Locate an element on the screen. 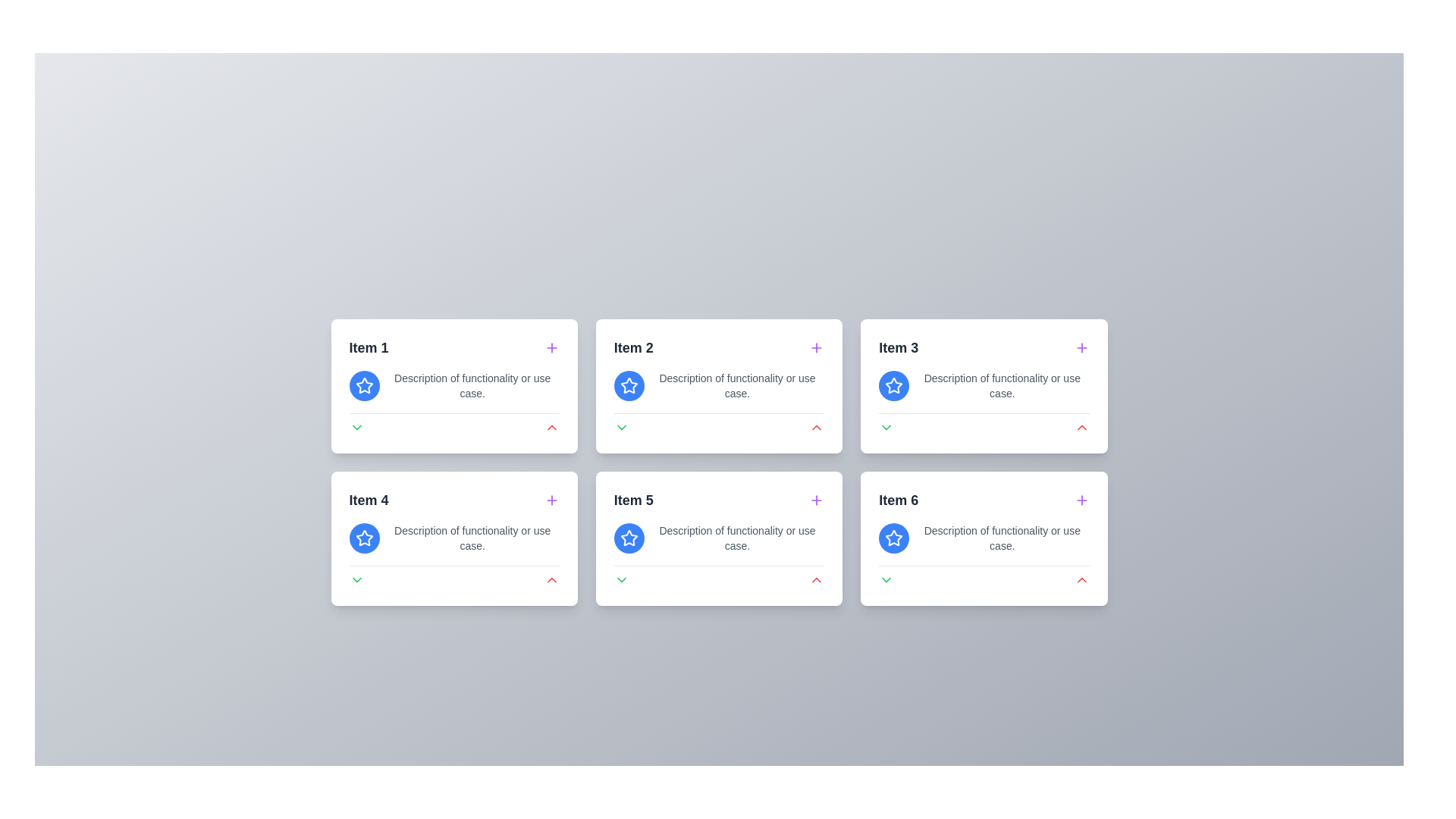 The image size is (1456, 819). the icon in the first column of the second row within the 'Item 5' card, which serves as a visual marker for the associated text is located at coordinates (629, 537).